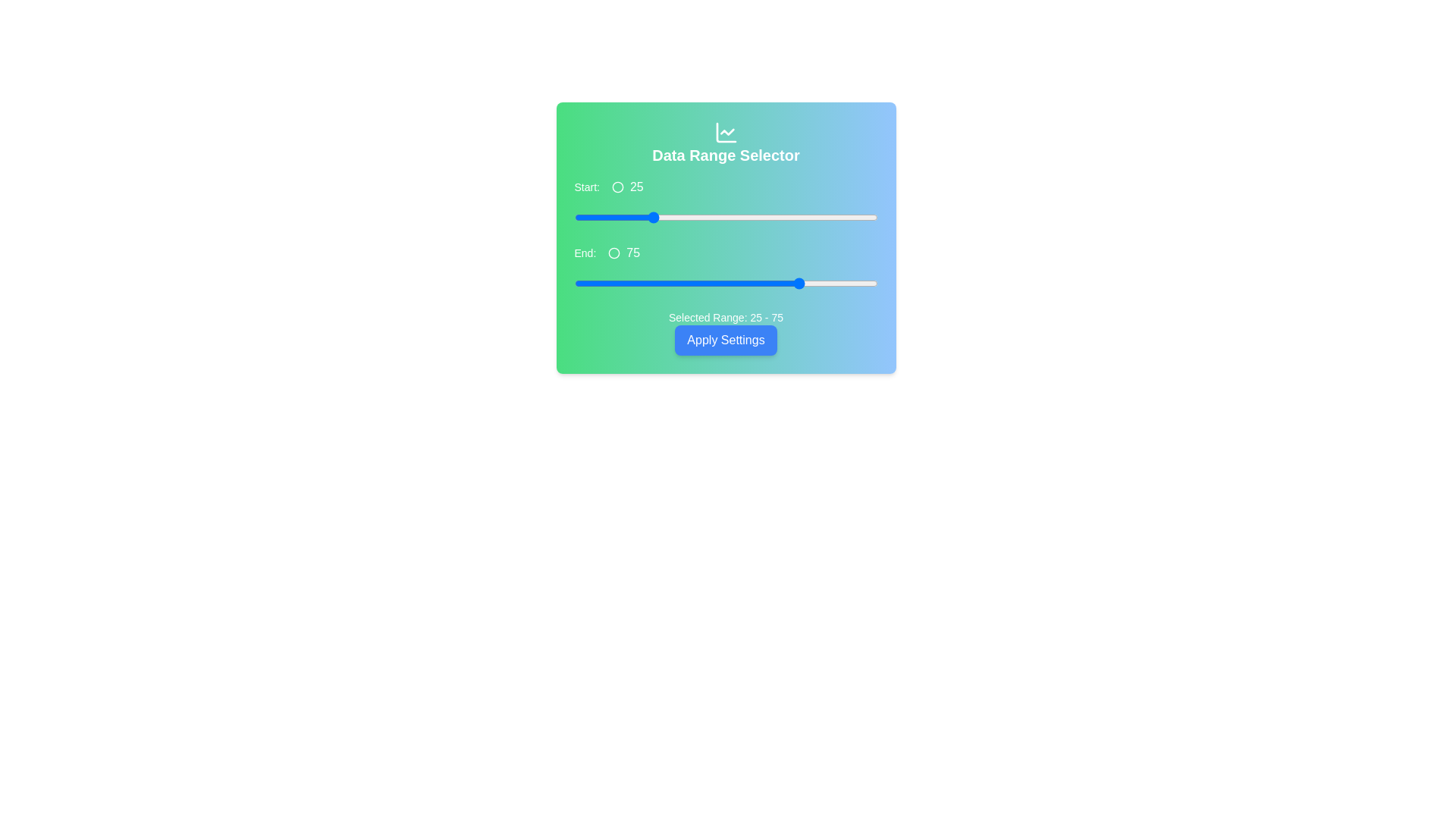 The image size is (1456, 819). What do you see at coordinates (725, 217) in the screenshot?
I see `the knob of the Range slider located beneath the text label 'Start: 25'` at bounding box center [725, 217].